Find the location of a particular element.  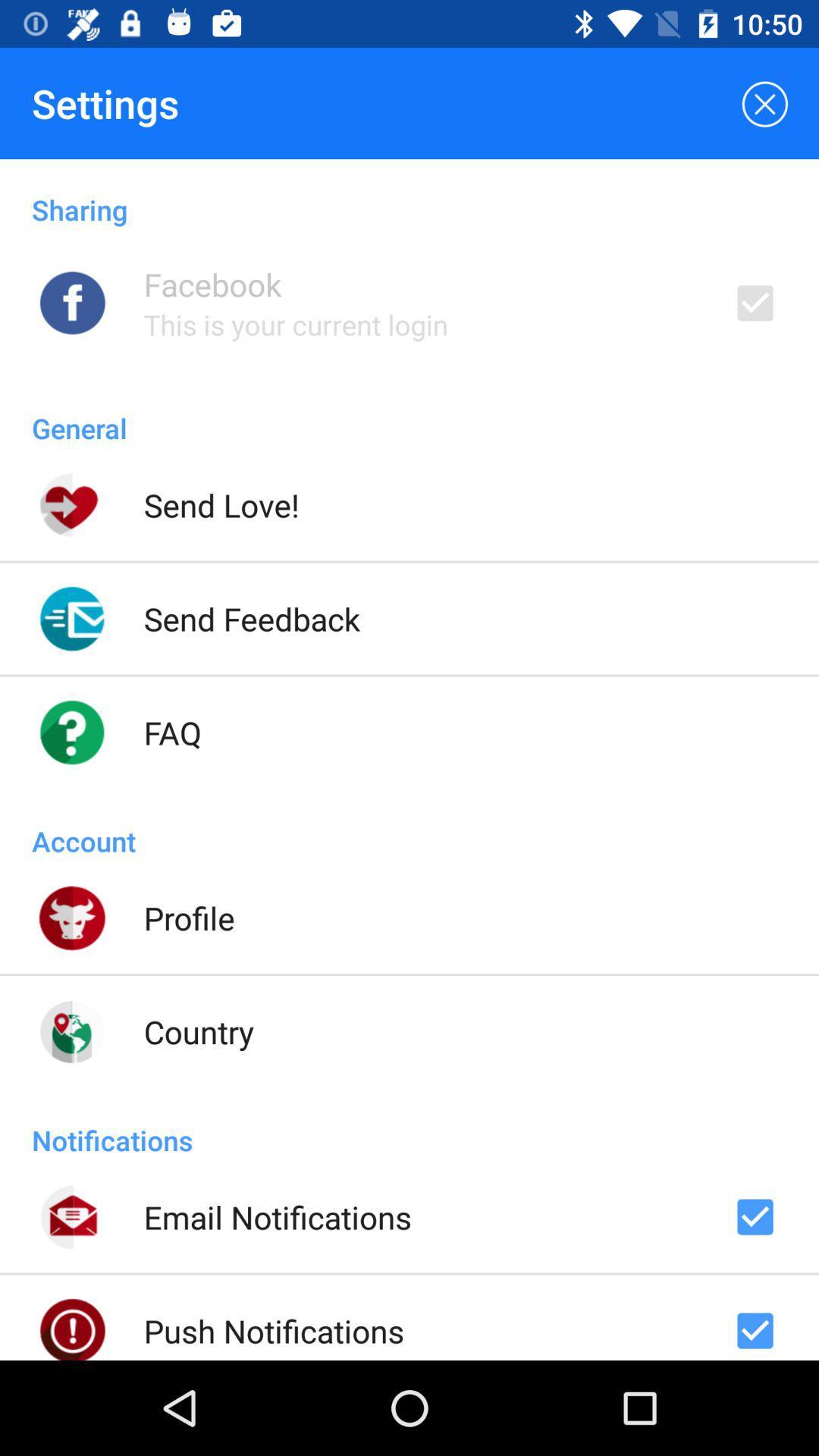

send feedback item is located at coordinates (251, 619).